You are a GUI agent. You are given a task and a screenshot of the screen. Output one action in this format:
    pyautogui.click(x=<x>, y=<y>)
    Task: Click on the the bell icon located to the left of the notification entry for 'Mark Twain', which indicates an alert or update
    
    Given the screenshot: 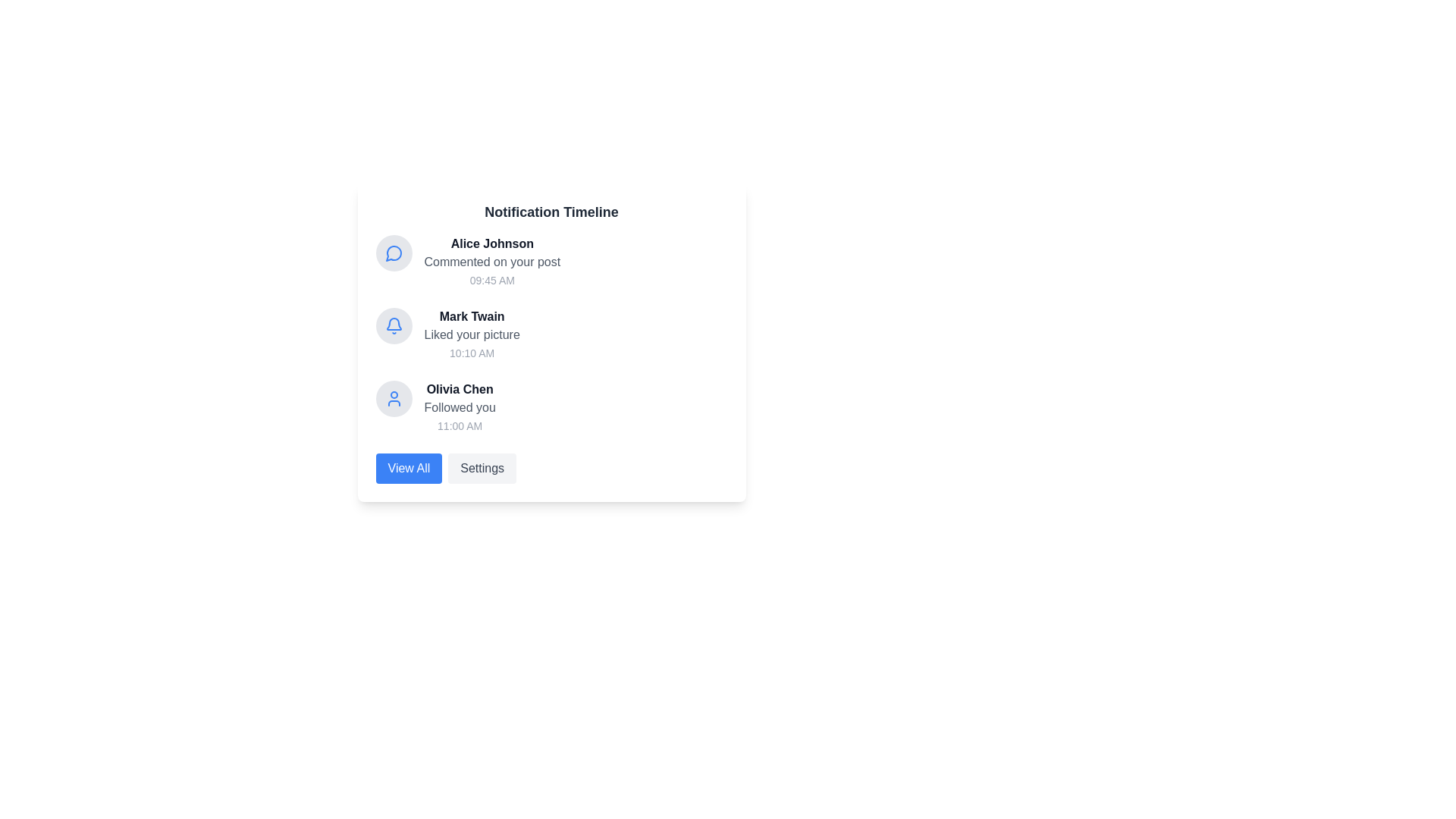 What is the action you would take?
    pyautogui.click(x=394, y=325)
    